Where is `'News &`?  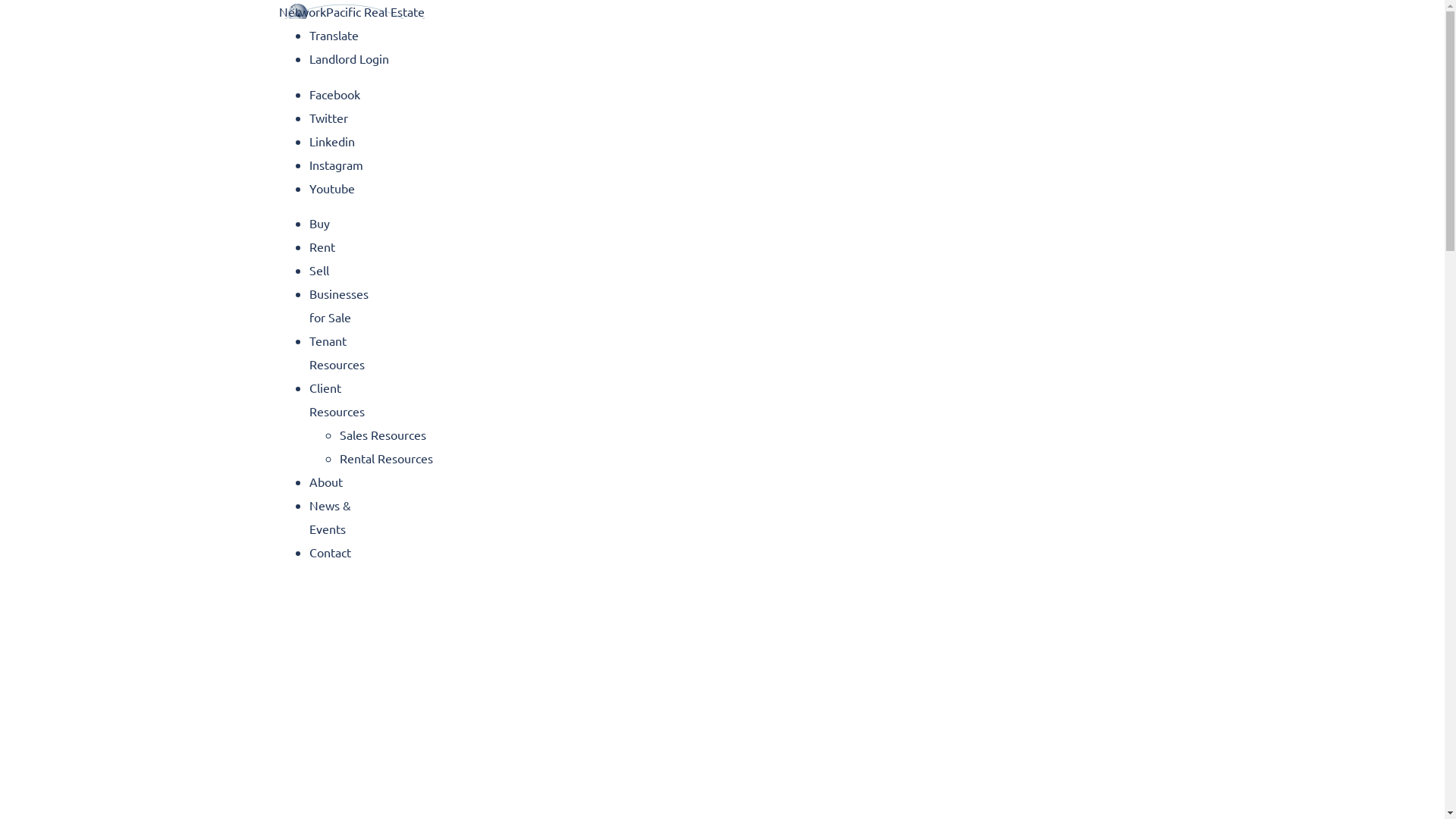
'News & is located at coordinates (329, 516).